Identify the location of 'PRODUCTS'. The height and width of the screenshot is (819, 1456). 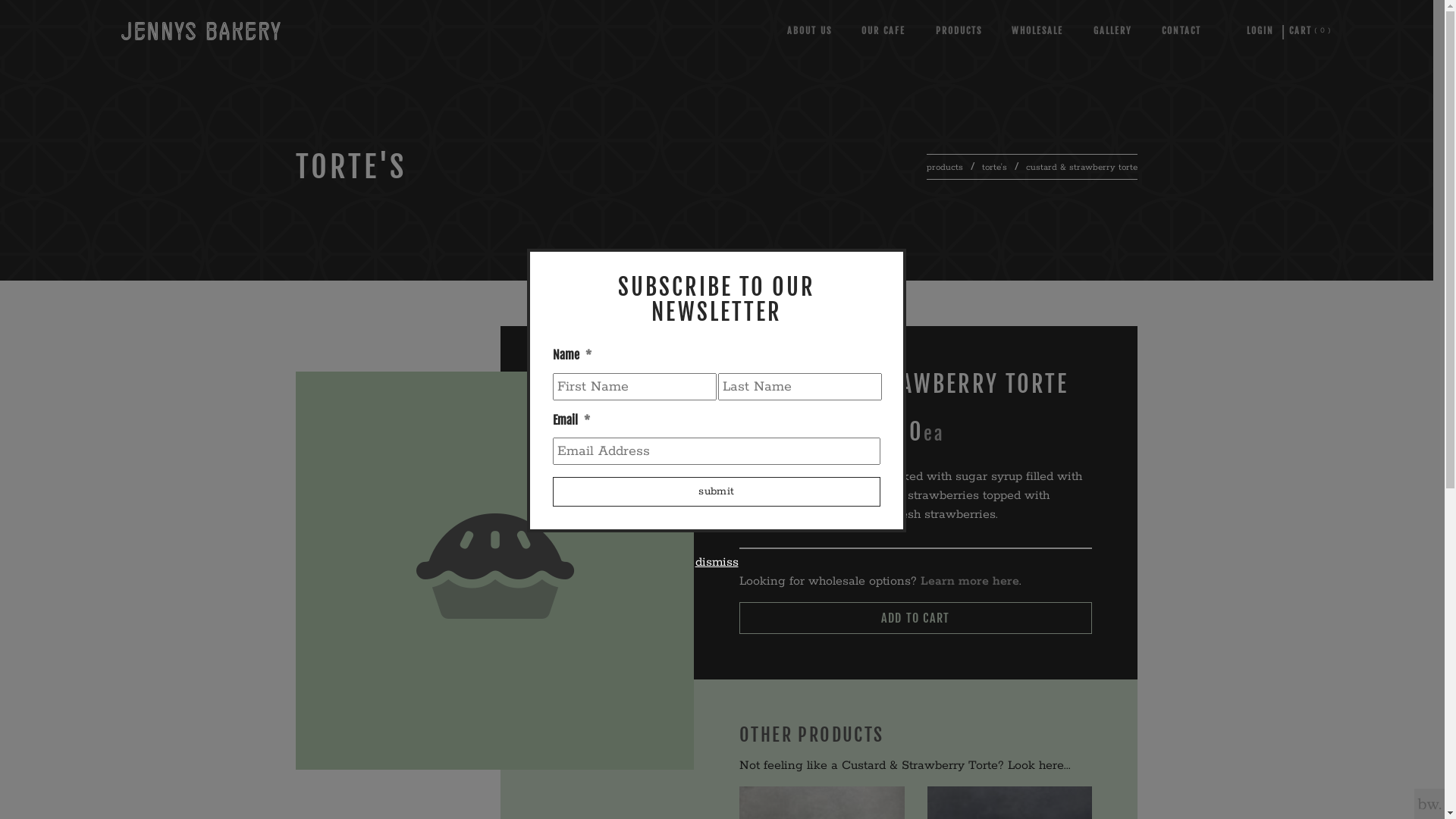
(958, 30).